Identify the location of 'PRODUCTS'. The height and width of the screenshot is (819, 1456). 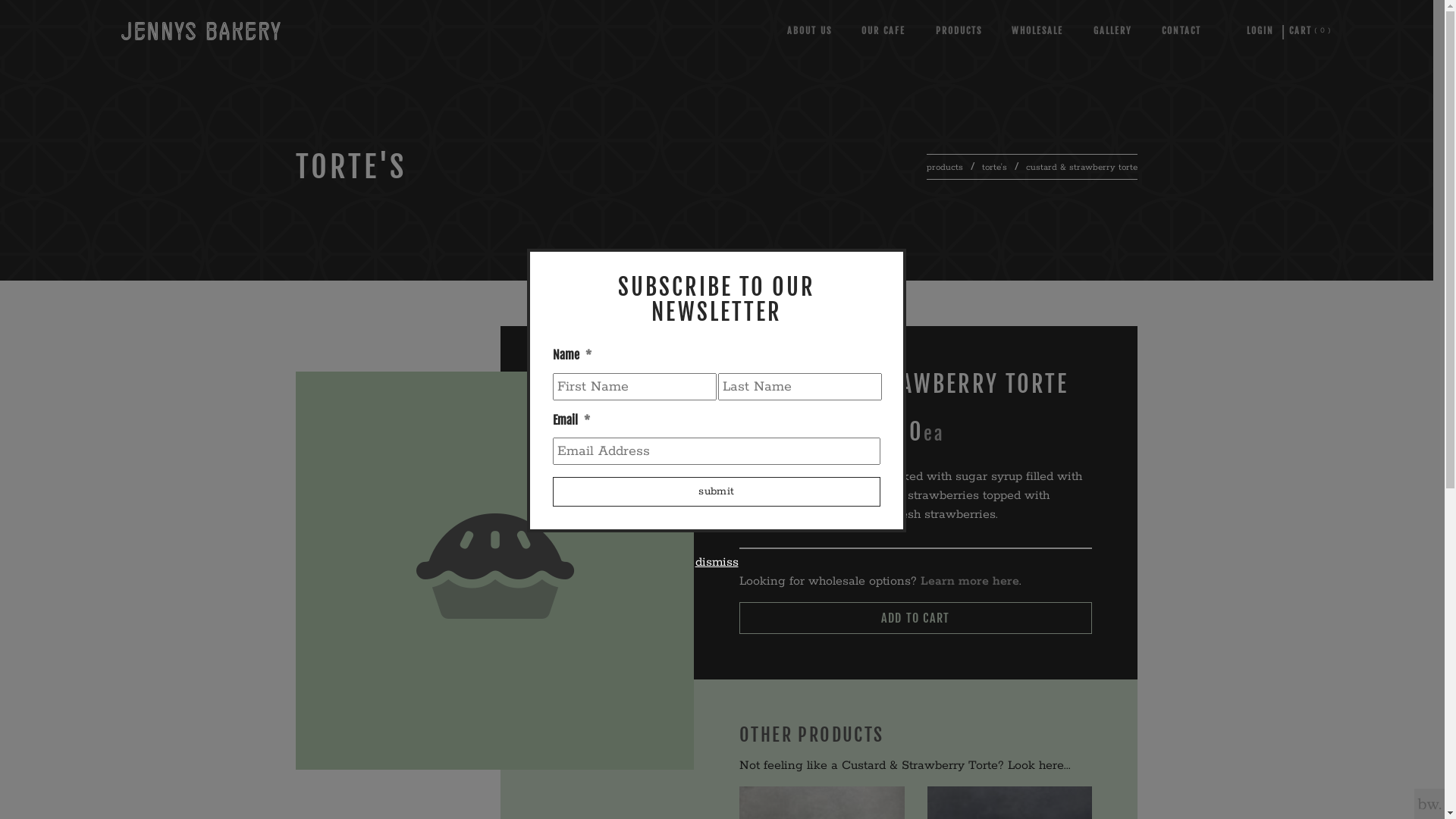
(958, 30).